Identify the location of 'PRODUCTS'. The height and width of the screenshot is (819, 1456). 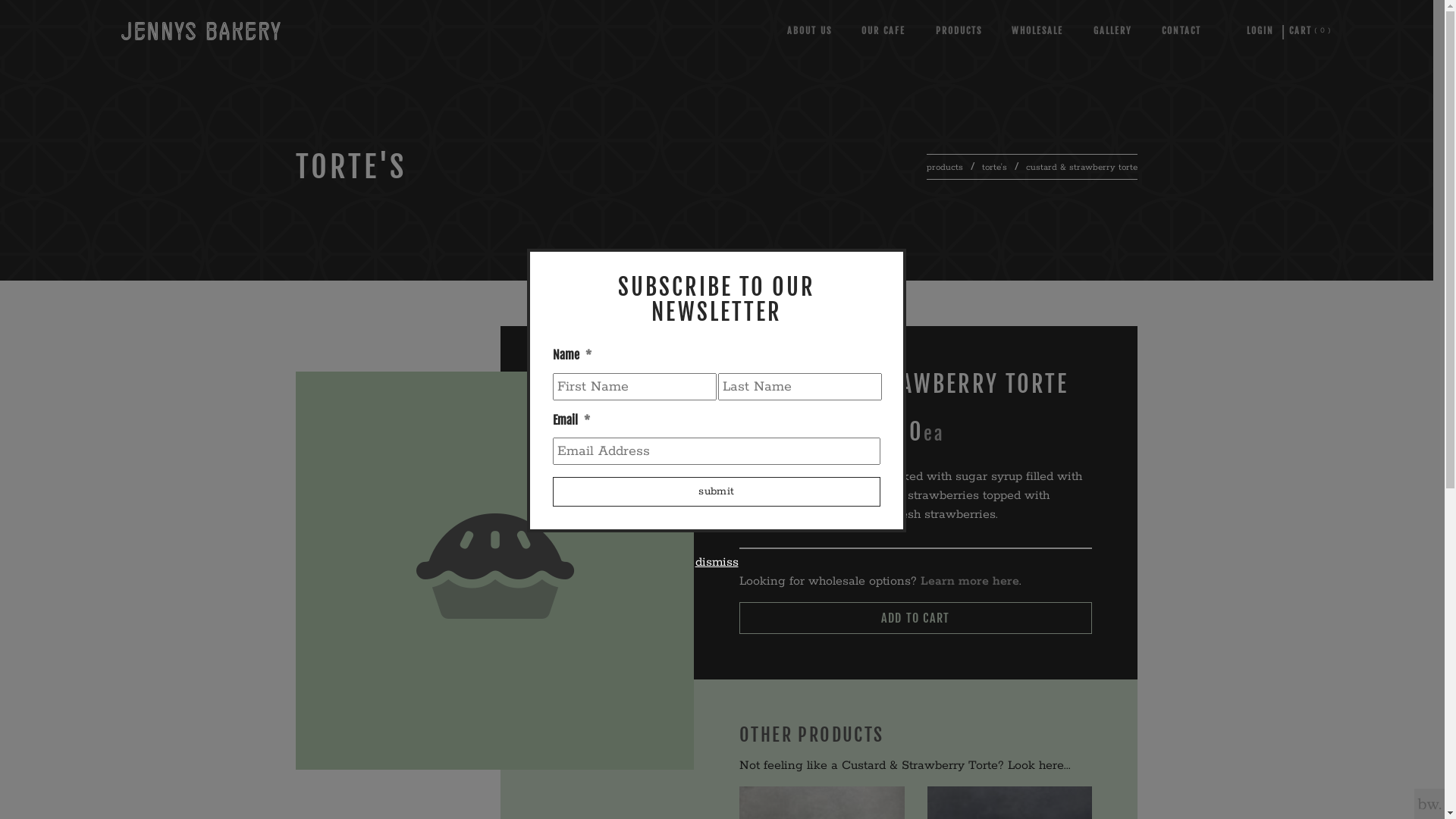
(958, 30).